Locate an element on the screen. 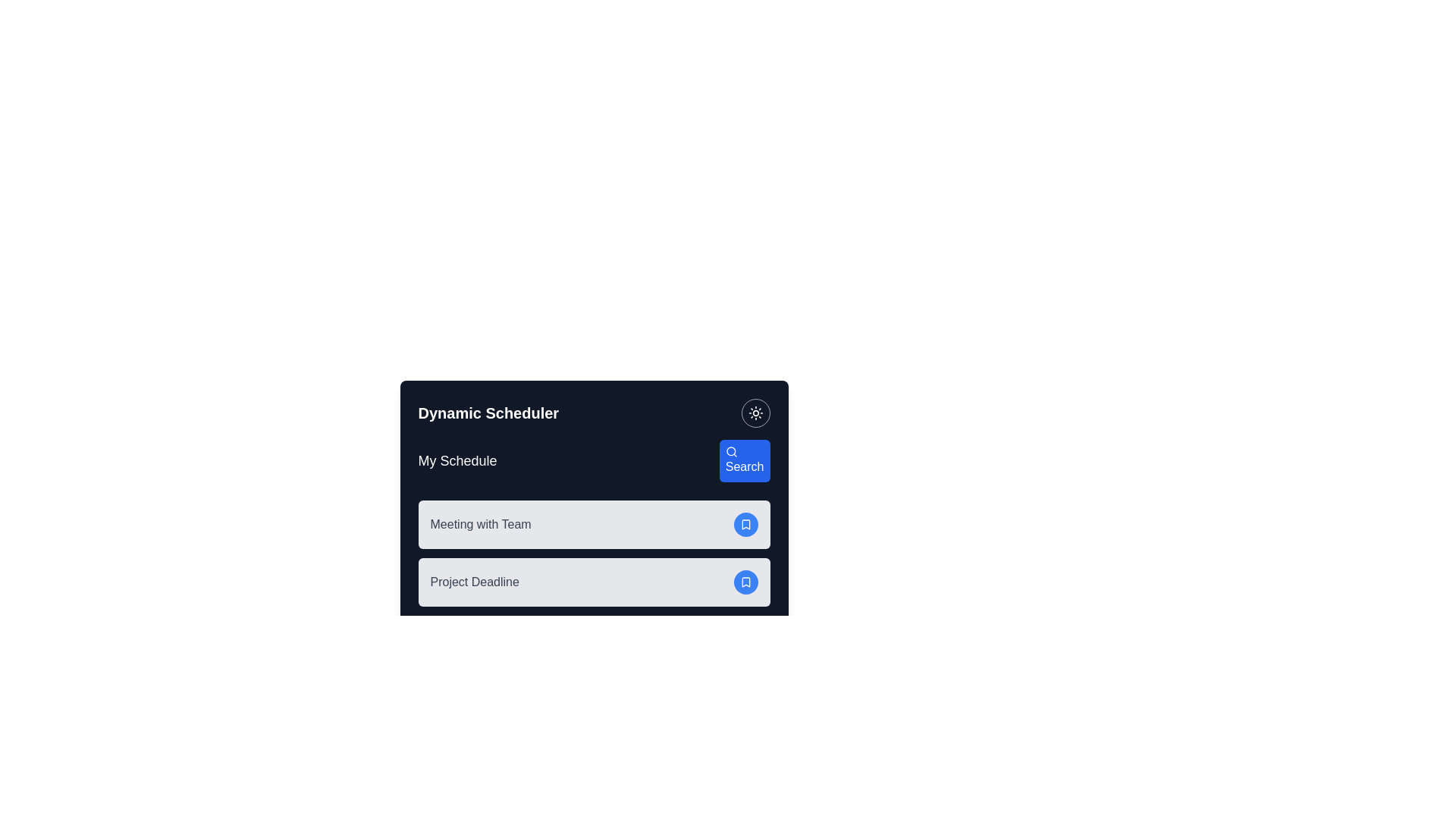  the text label indicating the scheduled event 'Meeting with Team' is located at coordinates (479, 523).